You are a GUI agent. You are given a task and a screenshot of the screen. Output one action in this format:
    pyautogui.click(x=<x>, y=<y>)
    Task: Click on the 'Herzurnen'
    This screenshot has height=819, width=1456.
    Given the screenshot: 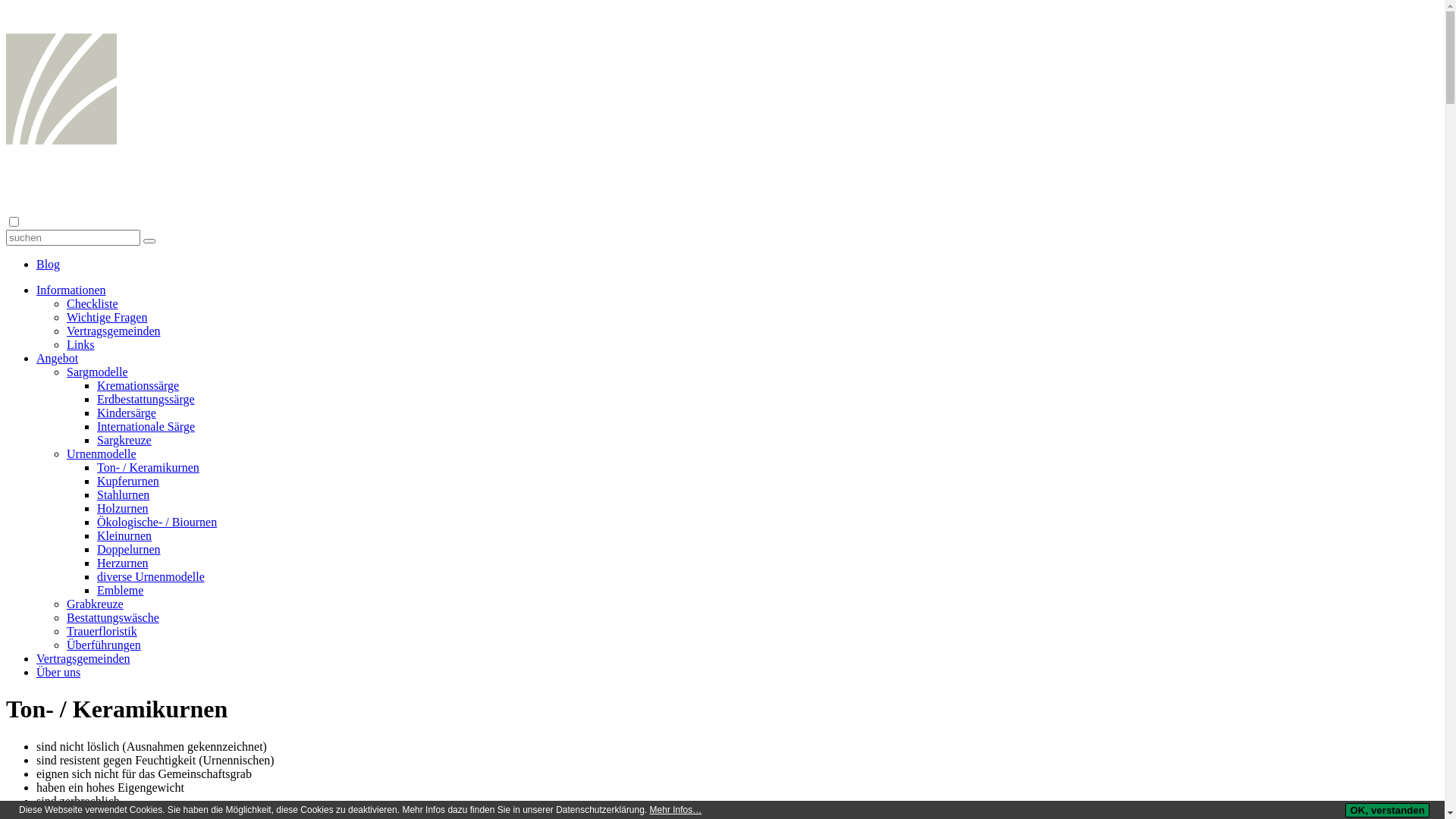 What is the action you would take?
    pyautogui.click(x=96, y=563)
    